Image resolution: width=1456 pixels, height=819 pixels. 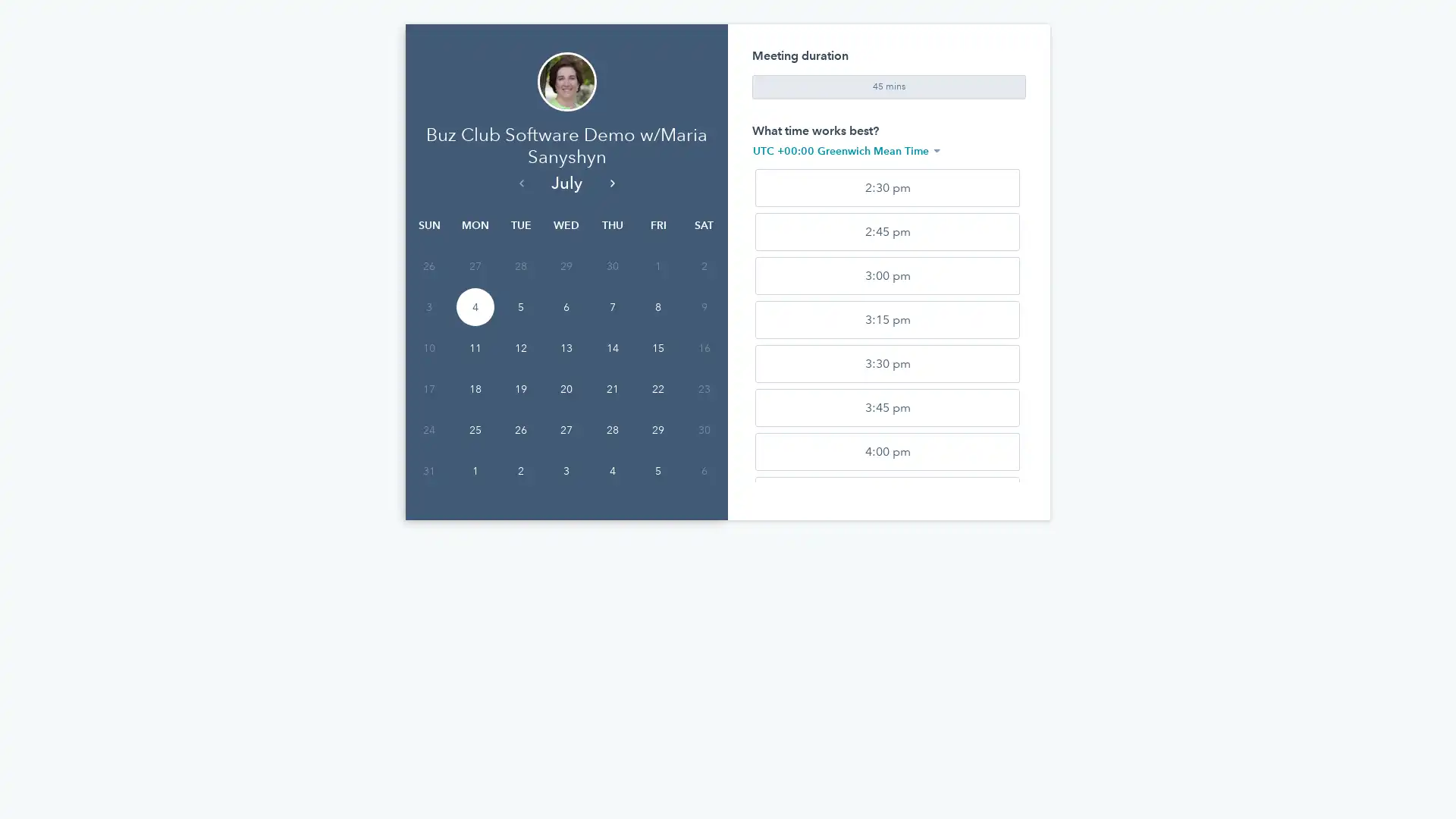 I want to click on July 16th, so click(x=702, y=405).